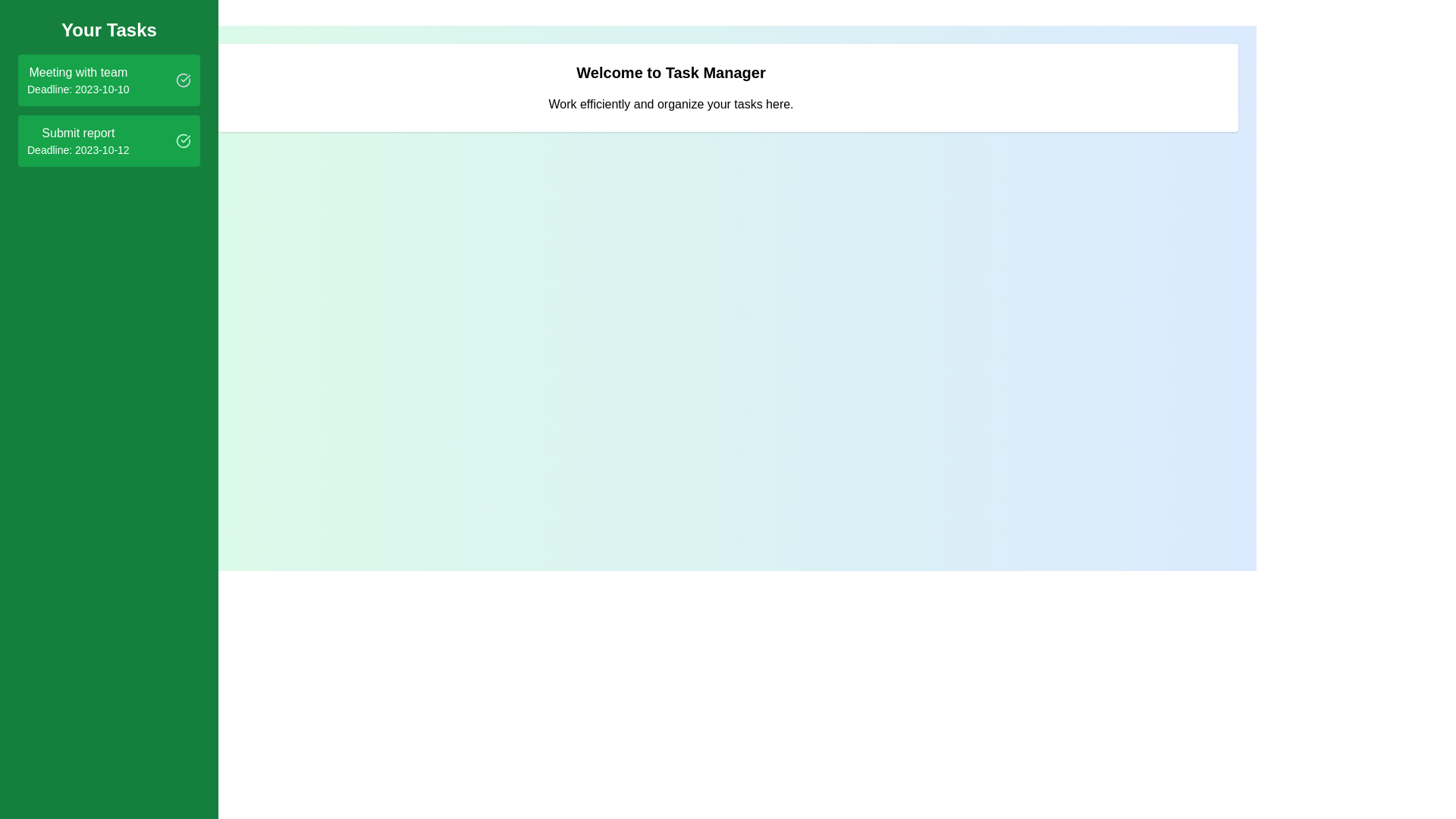 The width and height of the screenshot is (1456, 819). I want to click on the task Submit report to observe its hover effect, so click(108, 140).